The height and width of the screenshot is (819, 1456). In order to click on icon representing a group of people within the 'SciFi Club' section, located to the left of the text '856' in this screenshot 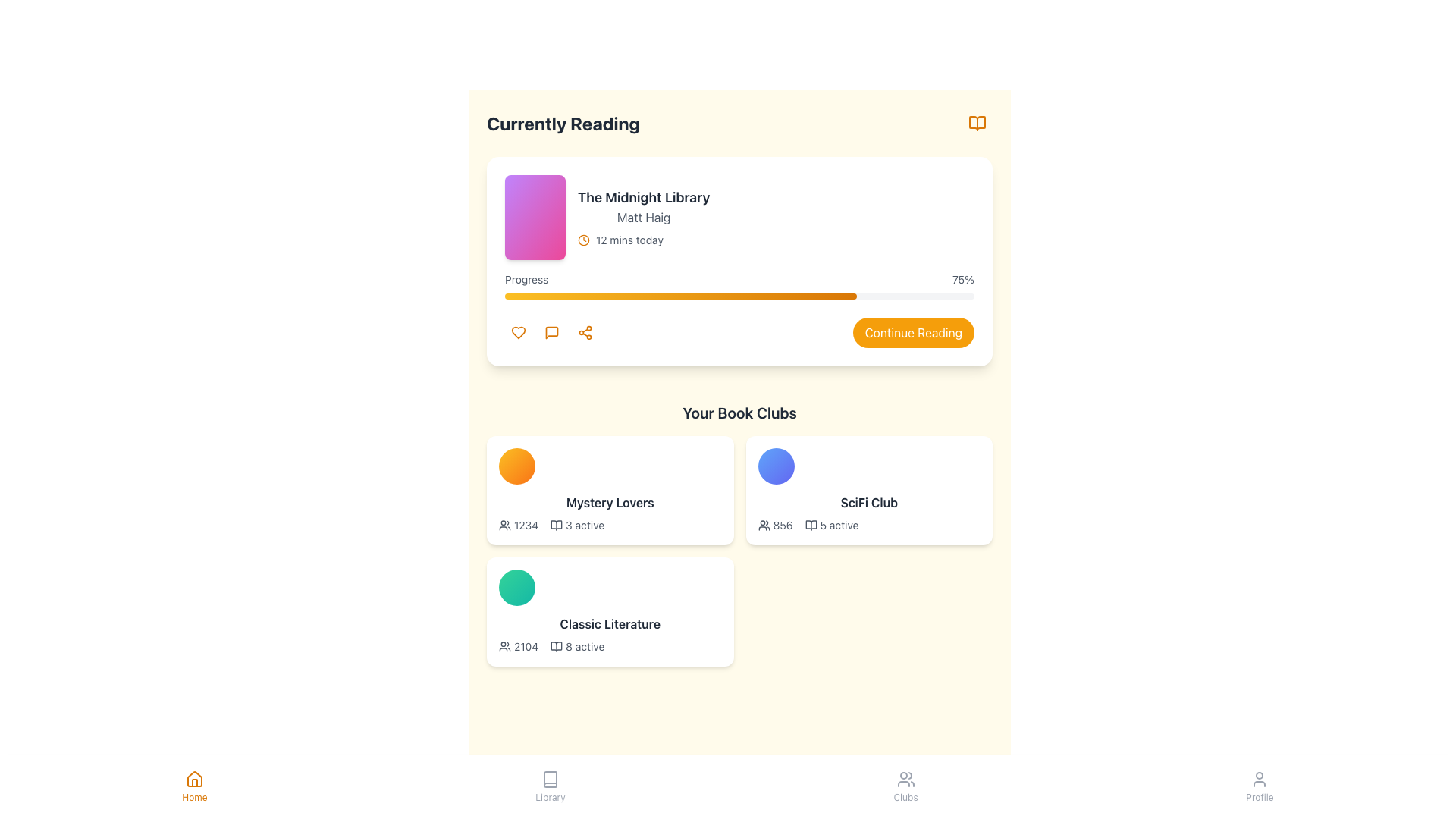, I will do `click(764, 525)`.